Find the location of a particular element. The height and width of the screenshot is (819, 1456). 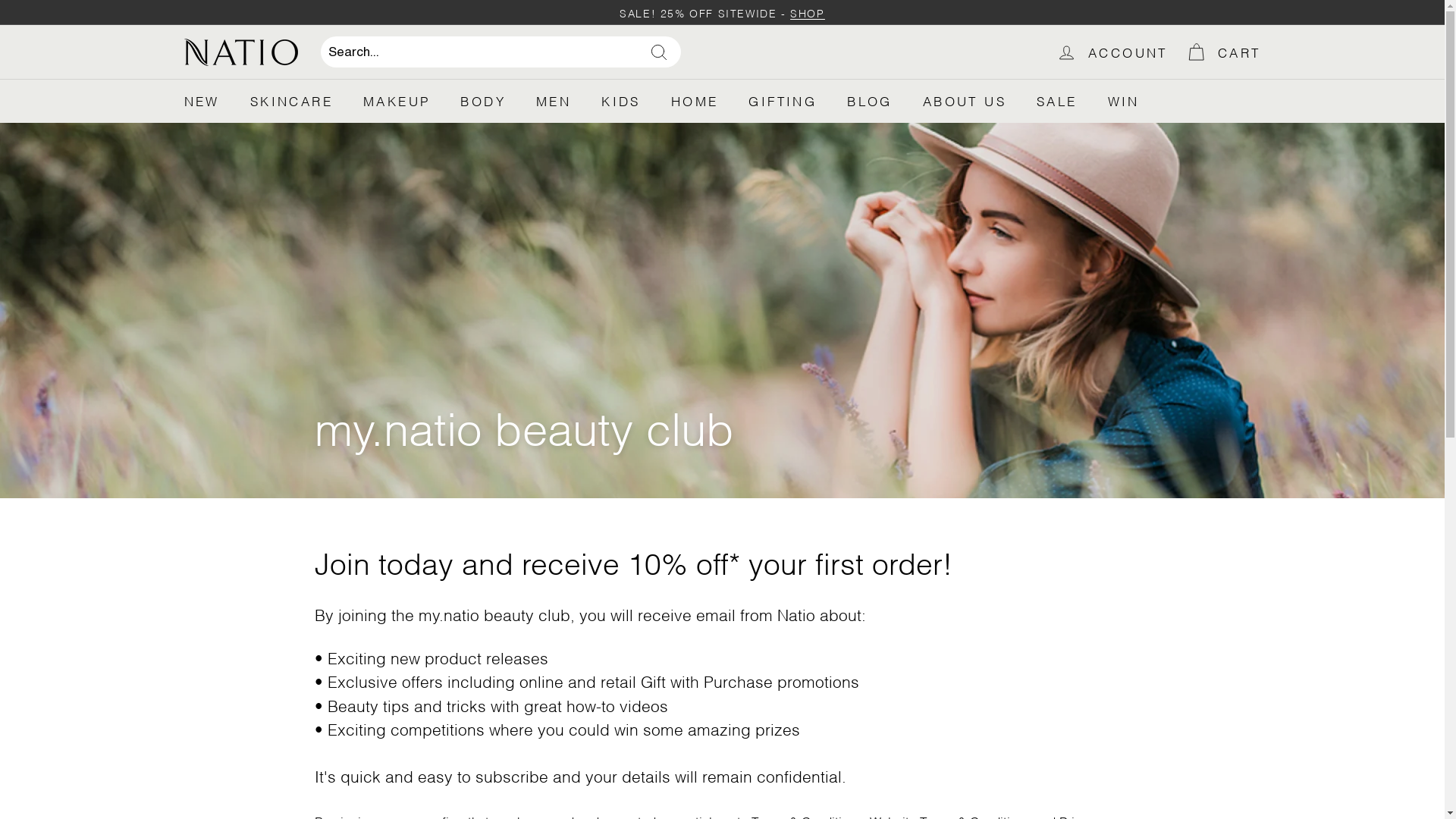

'ACCOUNT' is located at coordinates (1112, 51).